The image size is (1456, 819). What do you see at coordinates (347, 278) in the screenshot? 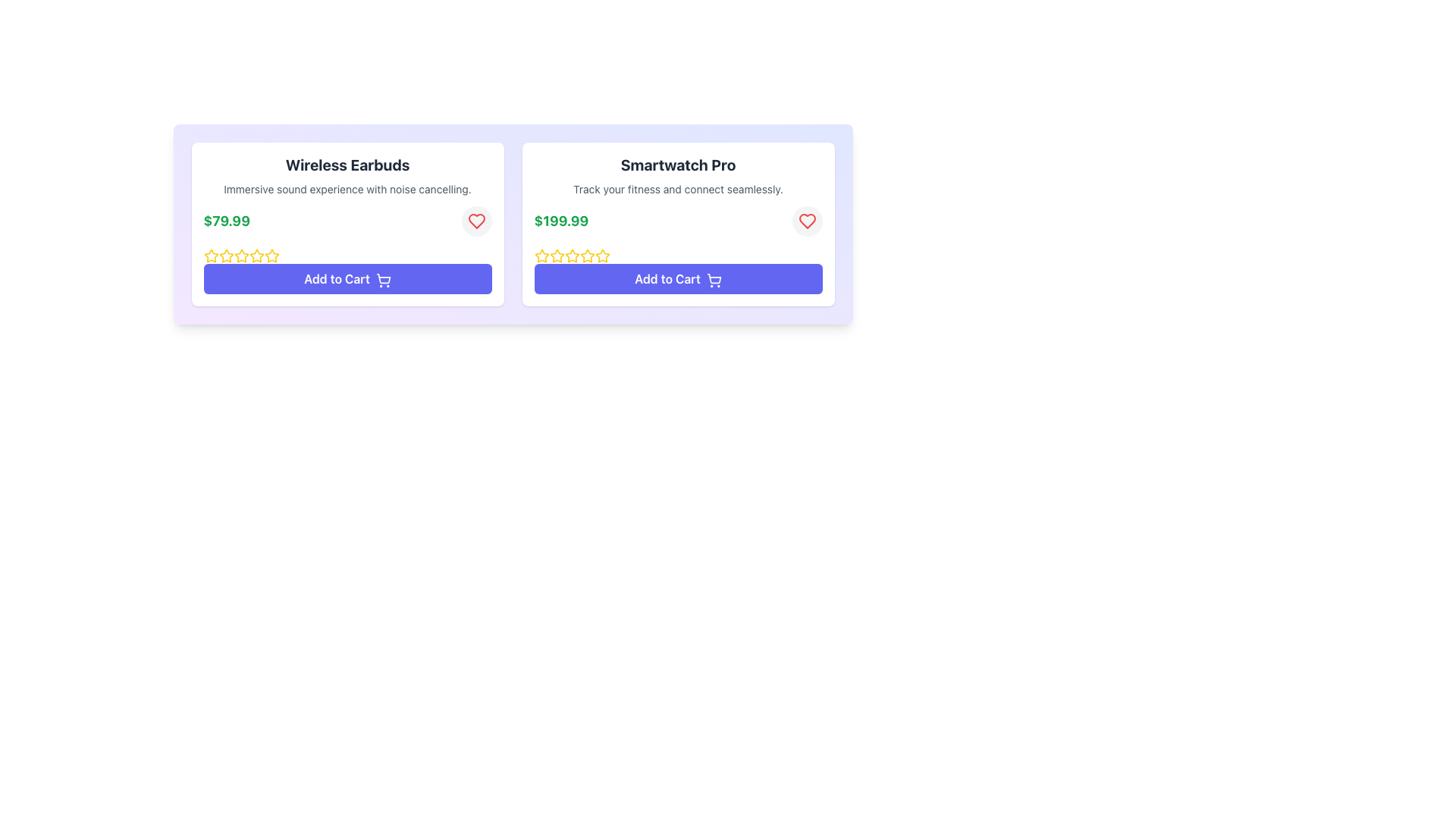
I see `the button to add 'Wireless Earbuds'` at bounding box center [347, 278].